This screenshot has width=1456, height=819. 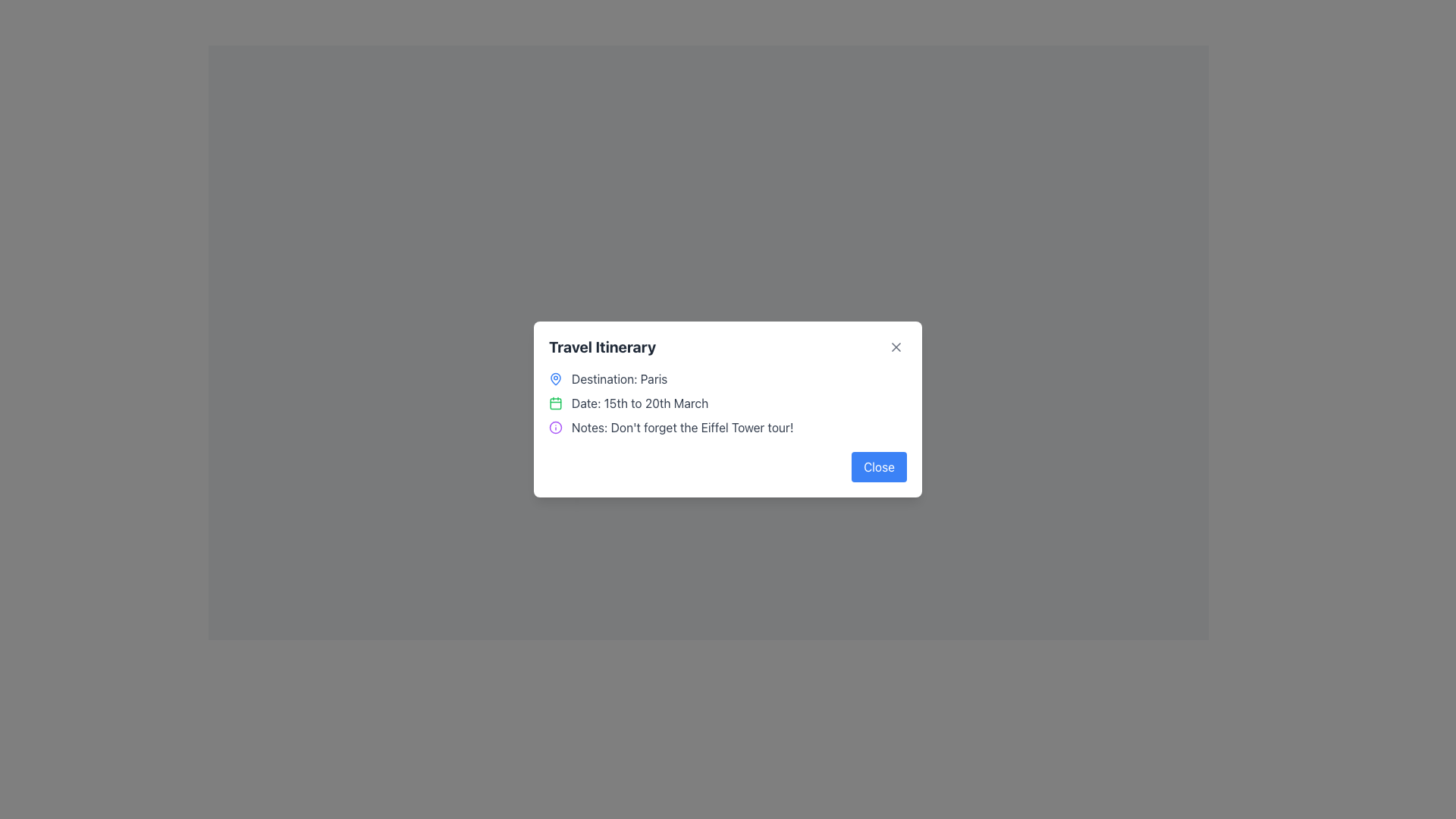 I want to click on the small gray 'X' button located at the top-right corner of the 'Travel Itinerary' dialog box, so click(x=896, y=347).